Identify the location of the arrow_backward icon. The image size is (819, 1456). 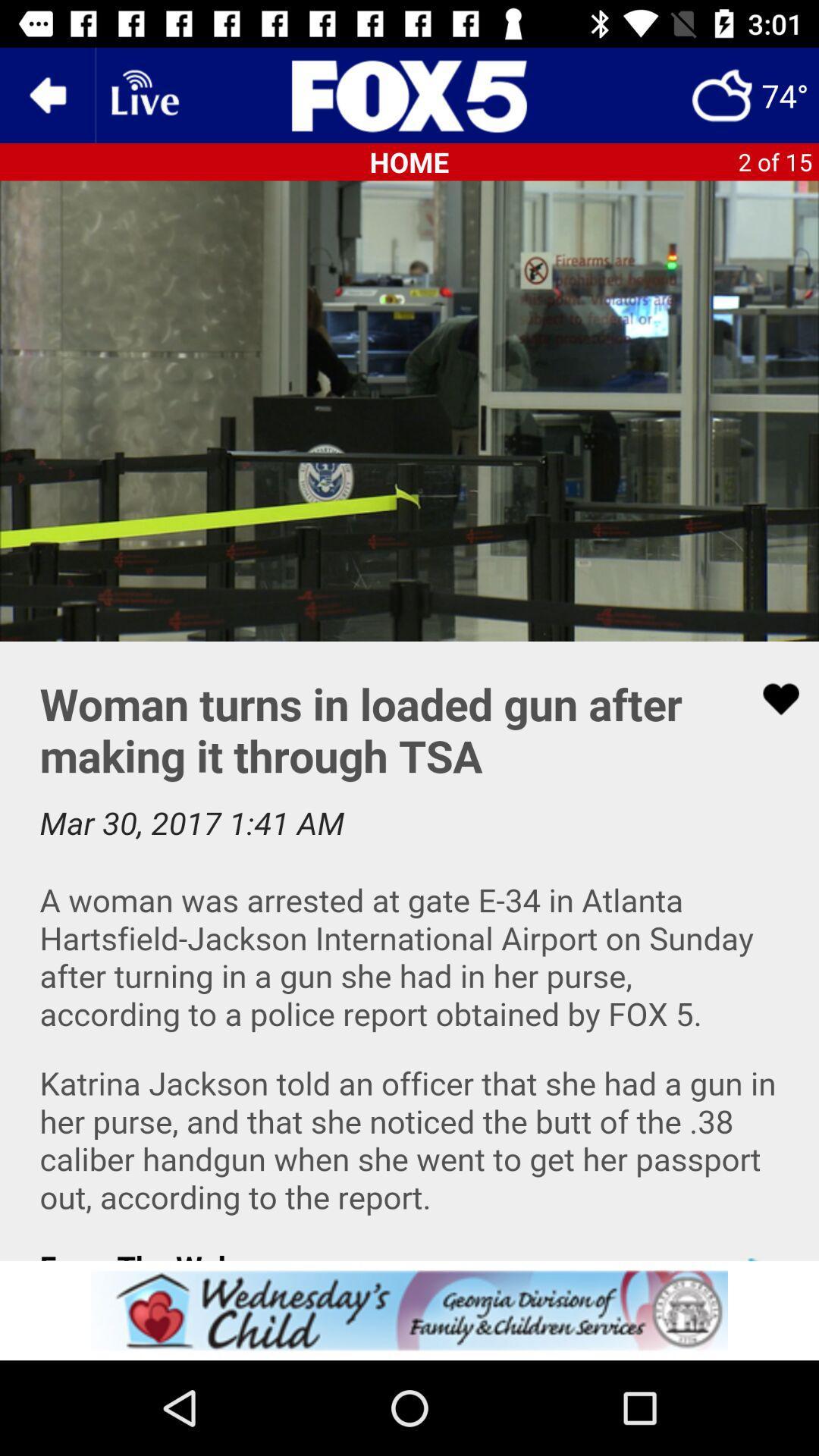
(46, 94).